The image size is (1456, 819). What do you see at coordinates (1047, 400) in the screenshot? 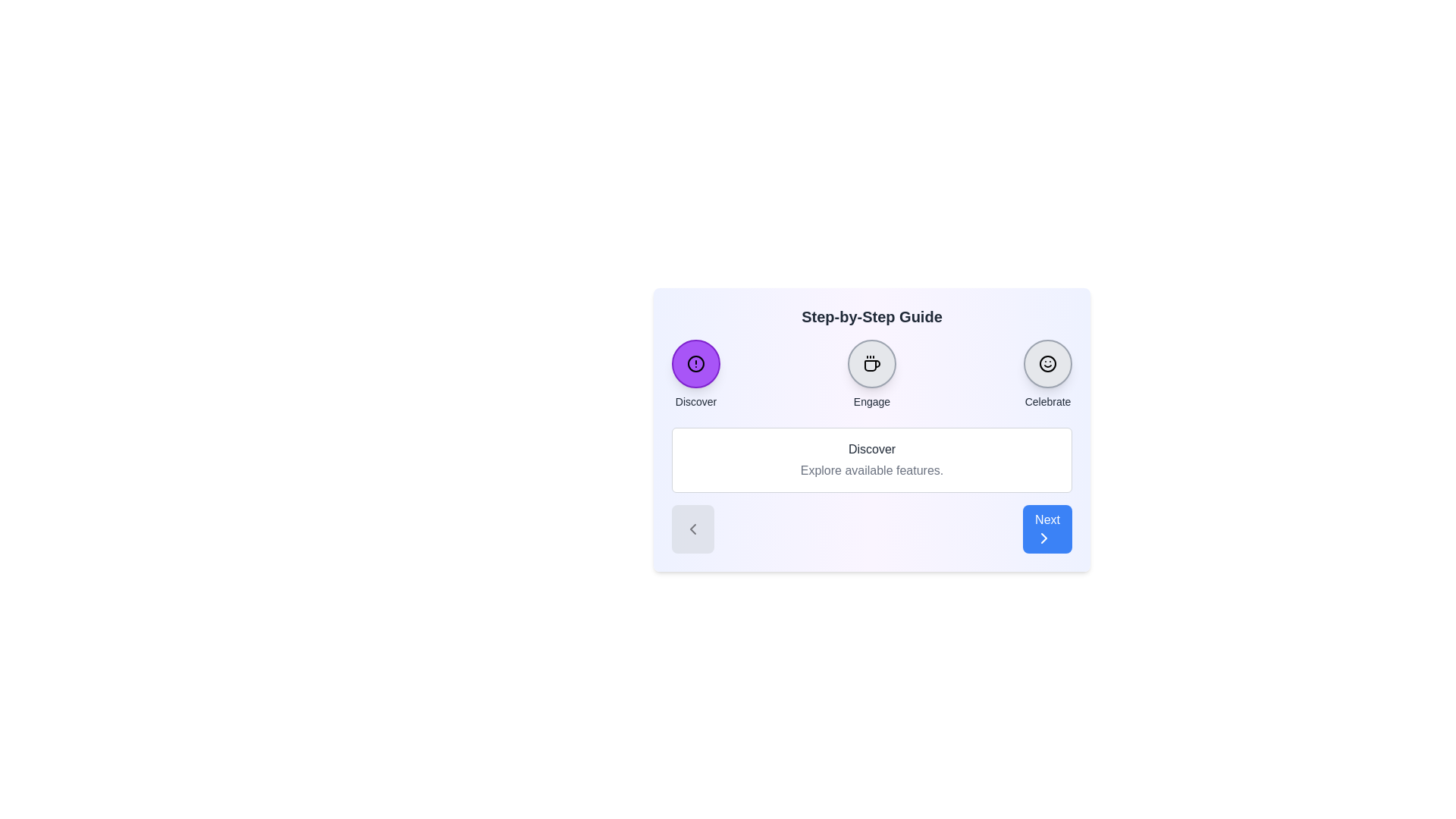
I see `the text label 'Celebrate' located at the bottom of the rightmost section of the interface, which provides a description for the circular smiley face icon above it` at bounding box center [1047, 400].